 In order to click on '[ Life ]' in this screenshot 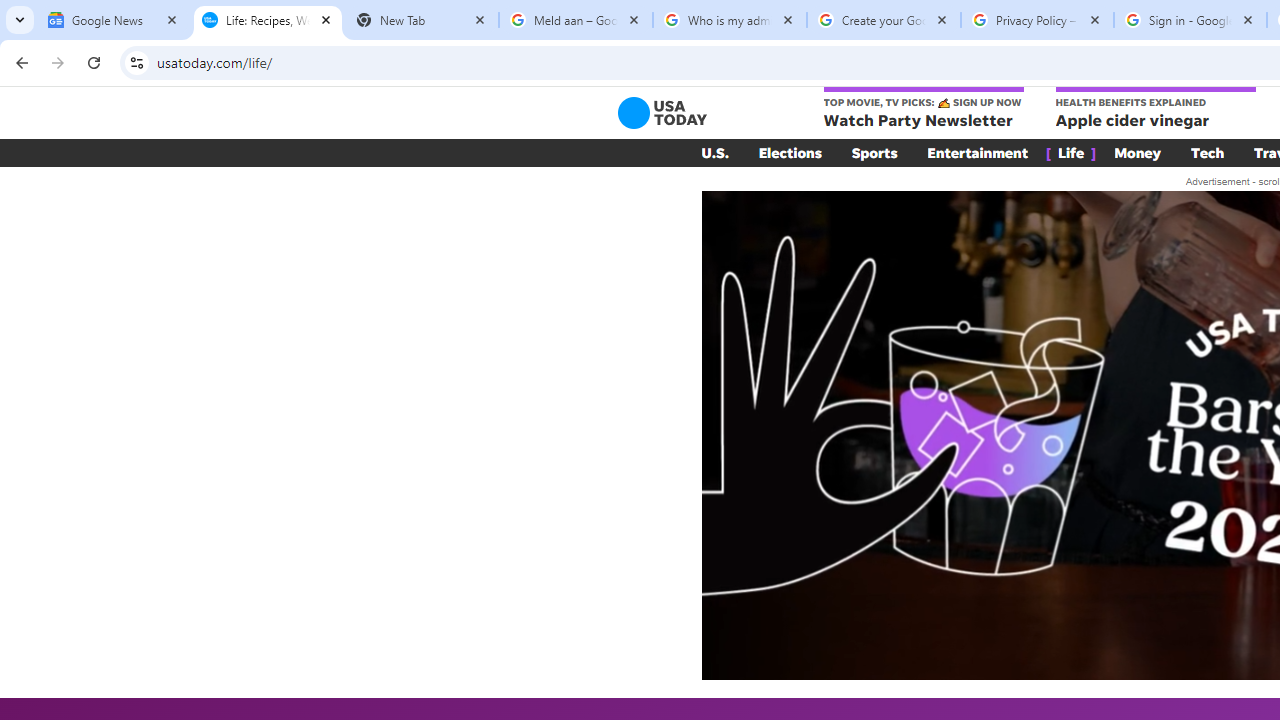, I will do `click(1070, 152)`.